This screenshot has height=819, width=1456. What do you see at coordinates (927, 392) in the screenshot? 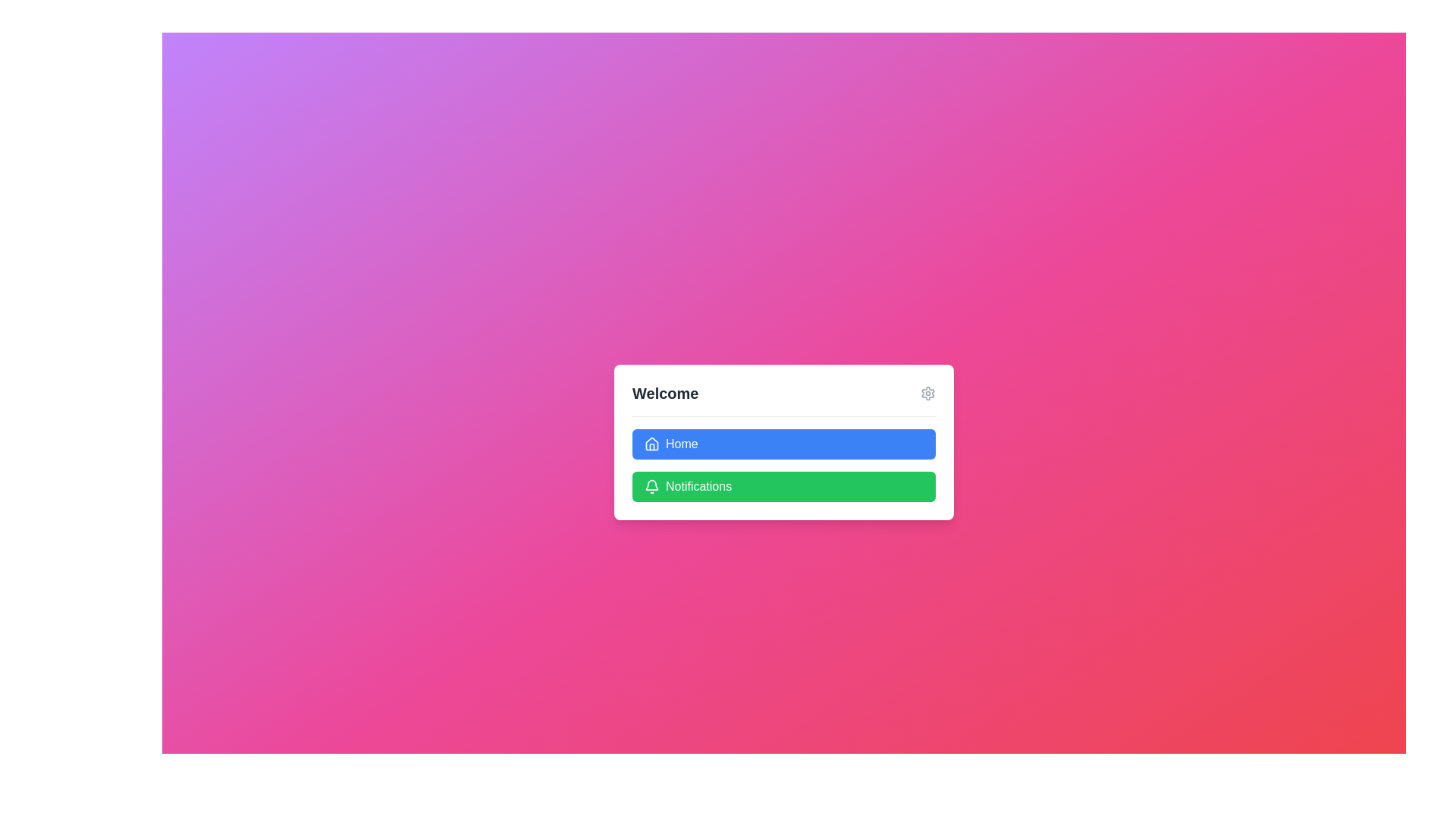
I see `the small circular gear icon button located in the upper right corner of the white rectangular box containing the text 'Welcome' to change its color` at bounding box center [927, 392].